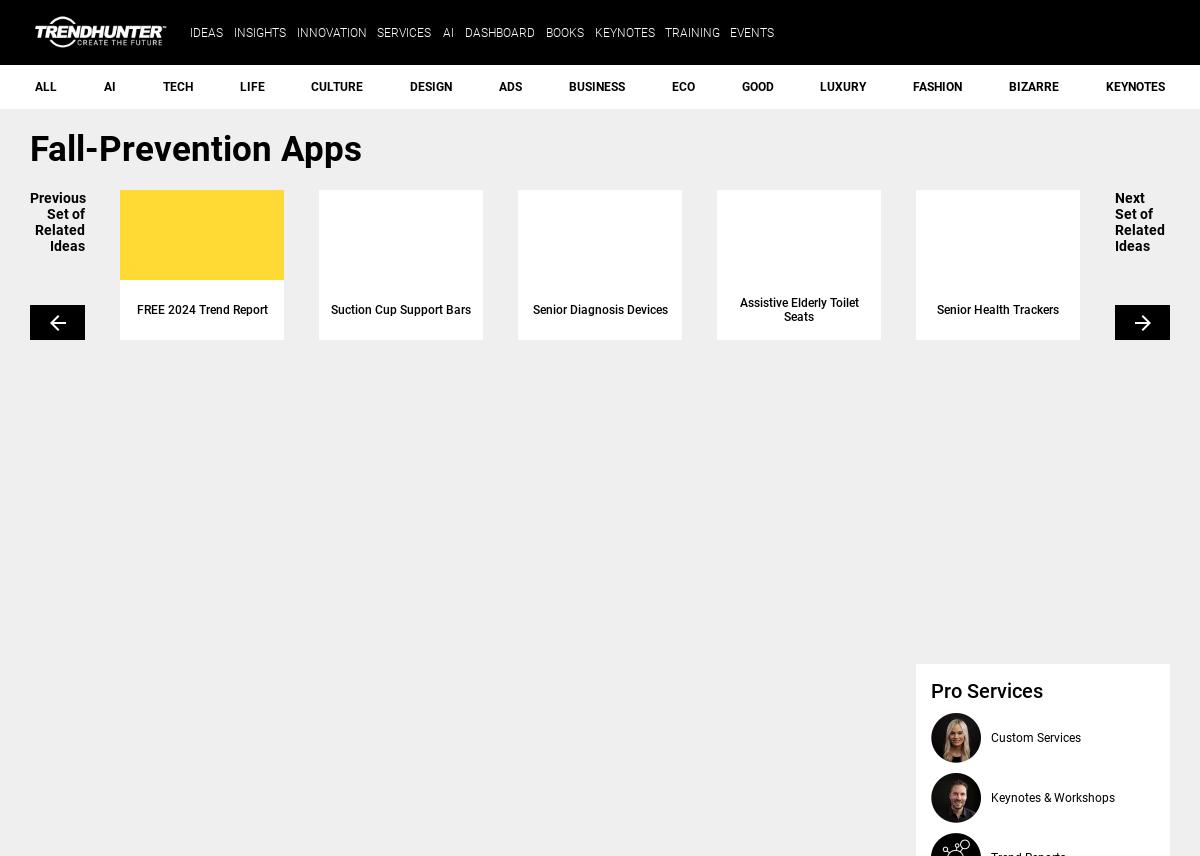  Describe the element at coordinates (1157, 32) in the screenshot. I see `'search'` at that location.